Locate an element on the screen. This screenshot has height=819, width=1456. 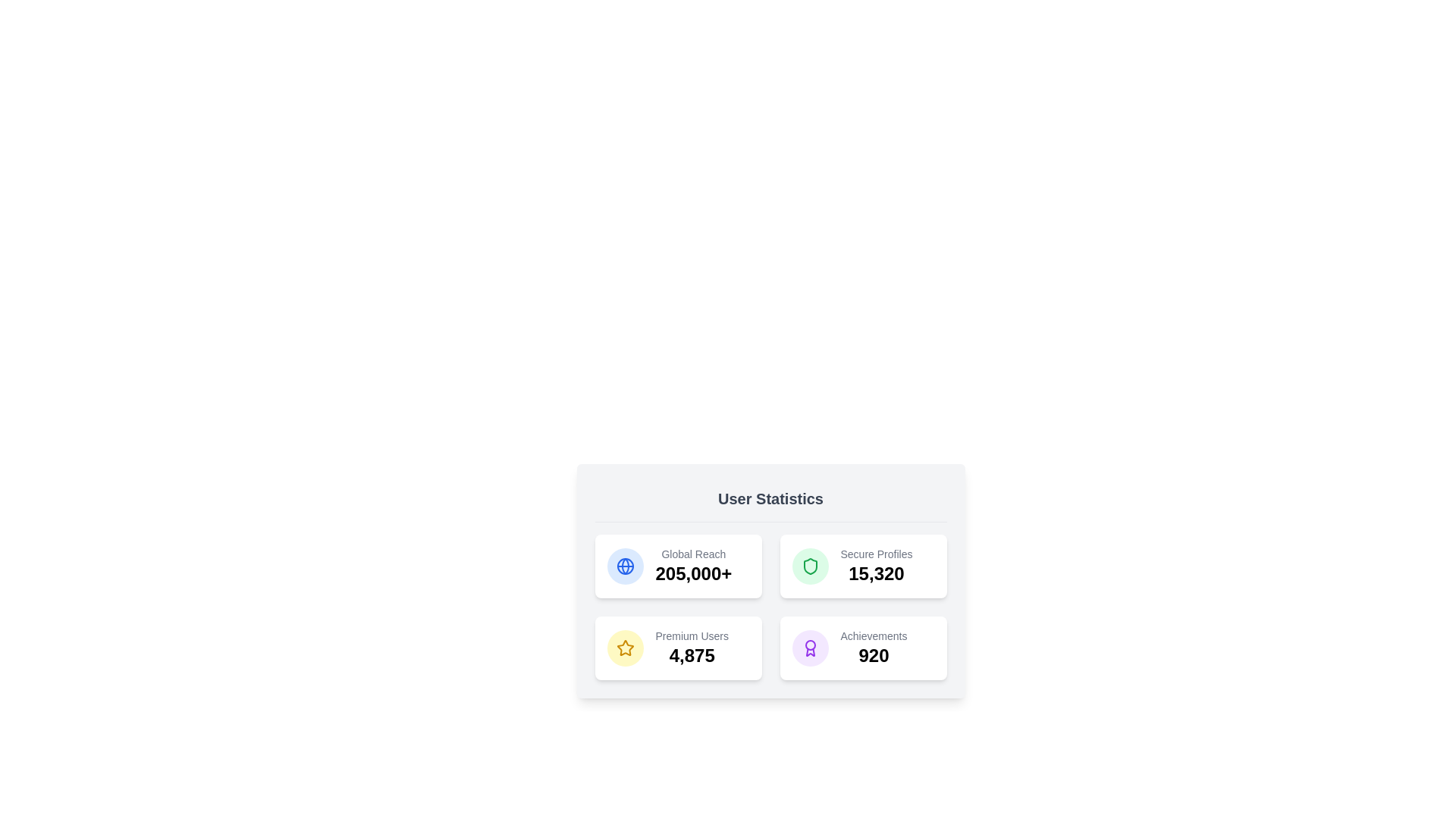
displayed information from the 'Global Reach' text display element, which shows the figure '205,000+' prominently below the label is located at coordinates (692, 566).